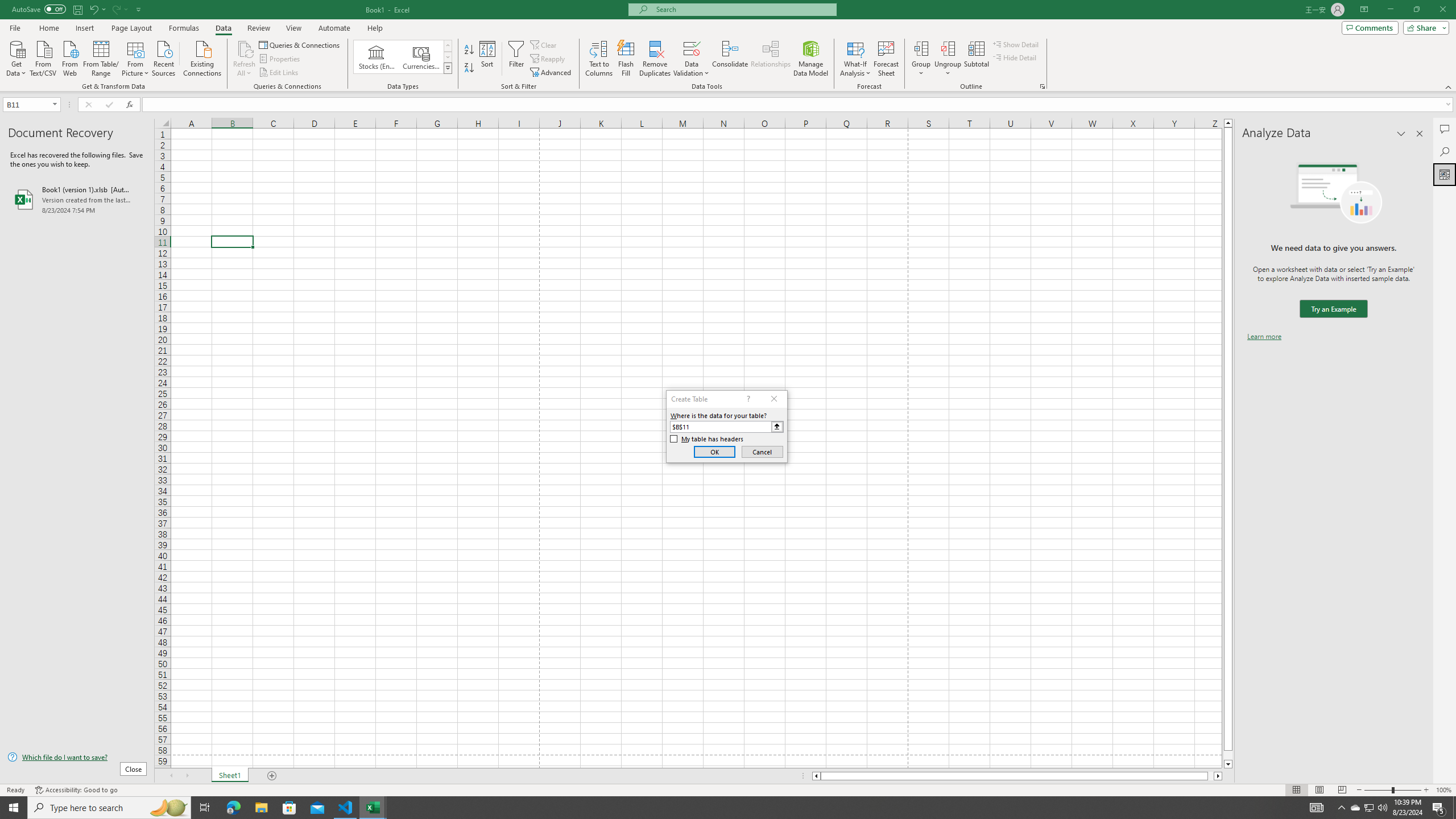 The height and width of the screenshot is (819, 1456). I want to click on 'Data Validation...', so click(691, 48).